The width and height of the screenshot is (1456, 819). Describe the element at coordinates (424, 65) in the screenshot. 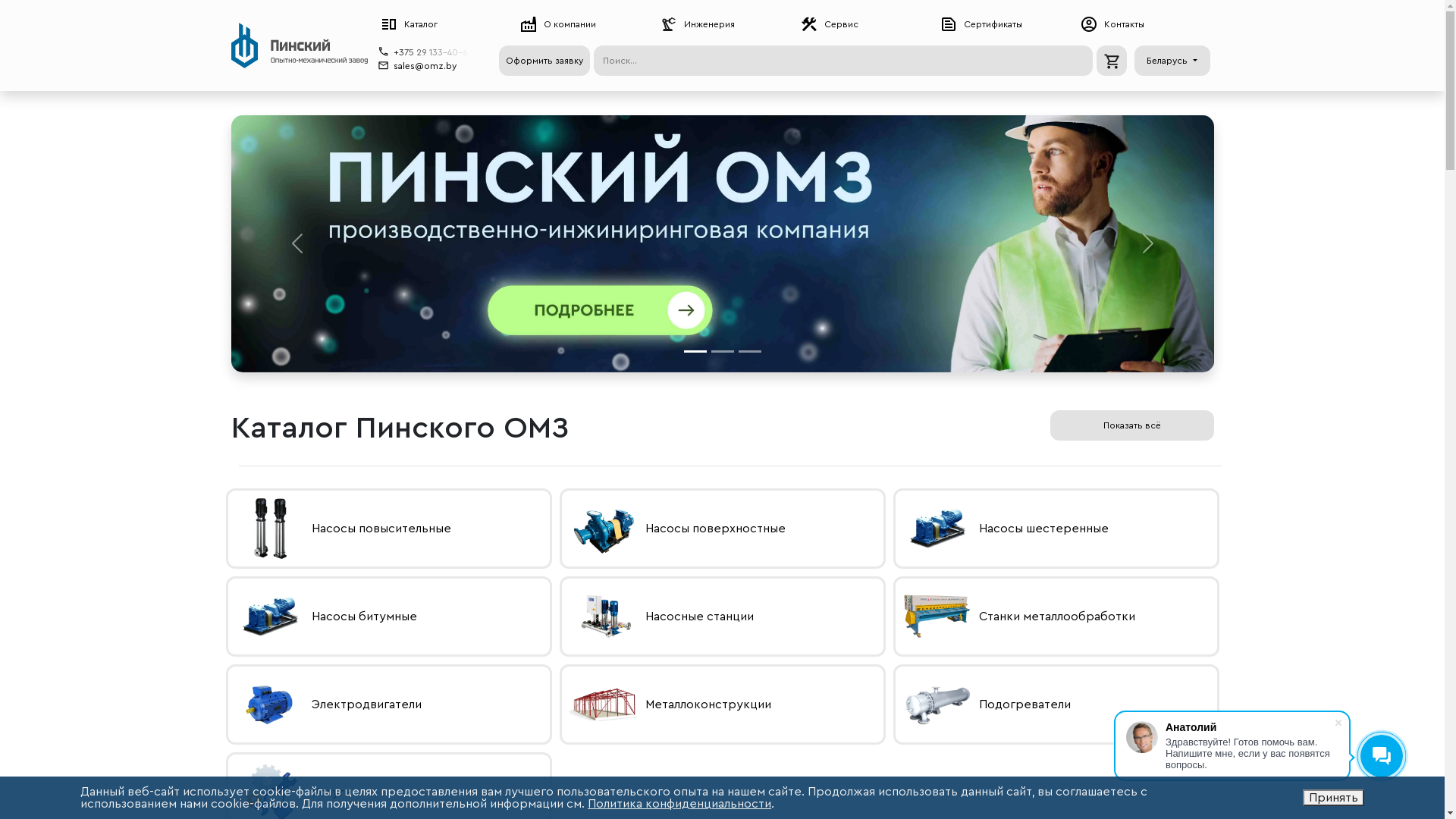

I see `'sales@omz.by'` at that location.